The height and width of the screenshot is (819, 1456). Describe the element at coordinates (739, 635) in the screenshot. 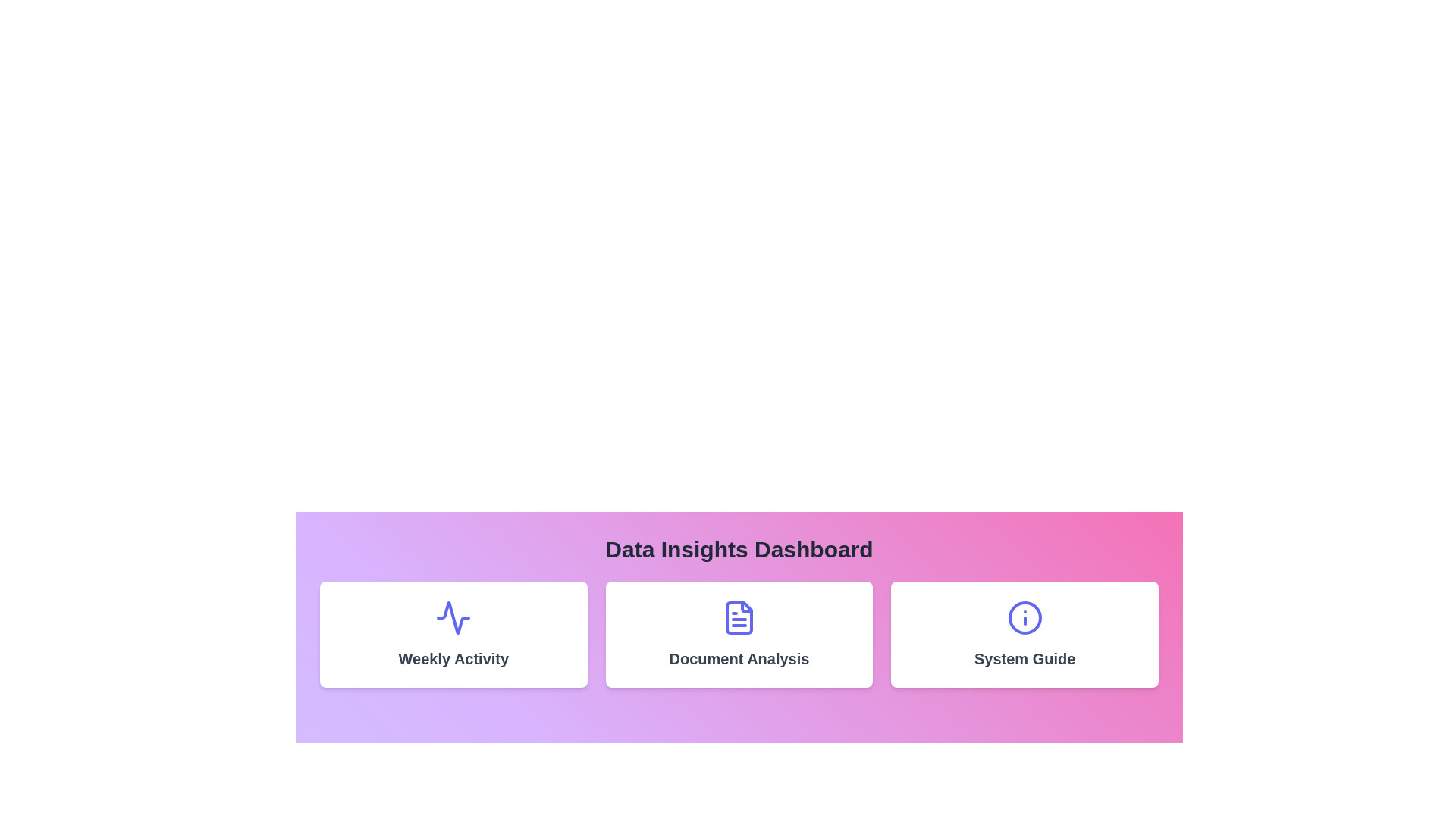

I see `the 'Document Analysis' interactive card using keyboard navigation for accessibility` at that location.